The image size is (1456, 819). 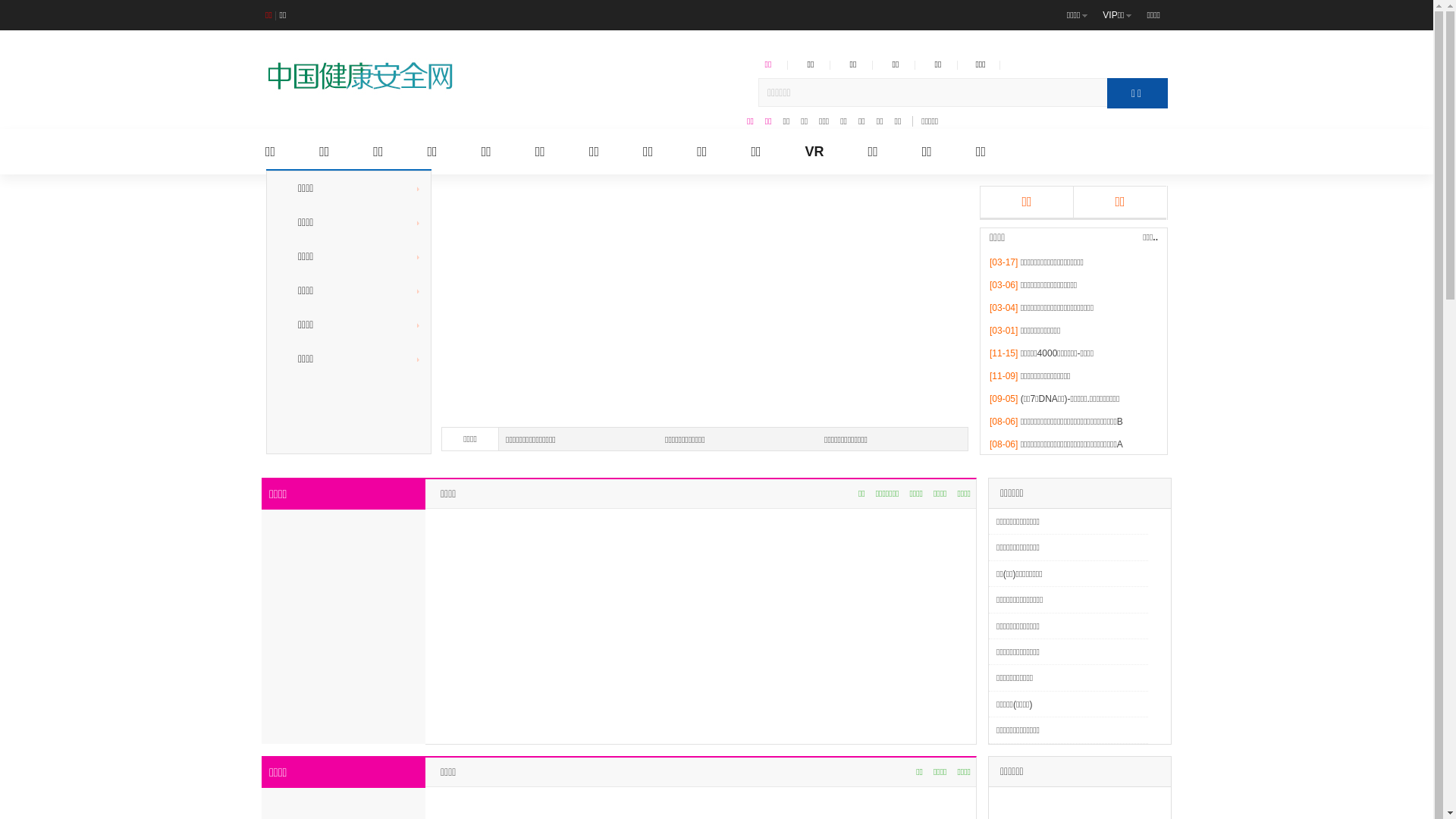 What do you see at coordinates (1003, 444) in the screenshot?
I see `'[08-06]'` at bounding box center [1003, 444].